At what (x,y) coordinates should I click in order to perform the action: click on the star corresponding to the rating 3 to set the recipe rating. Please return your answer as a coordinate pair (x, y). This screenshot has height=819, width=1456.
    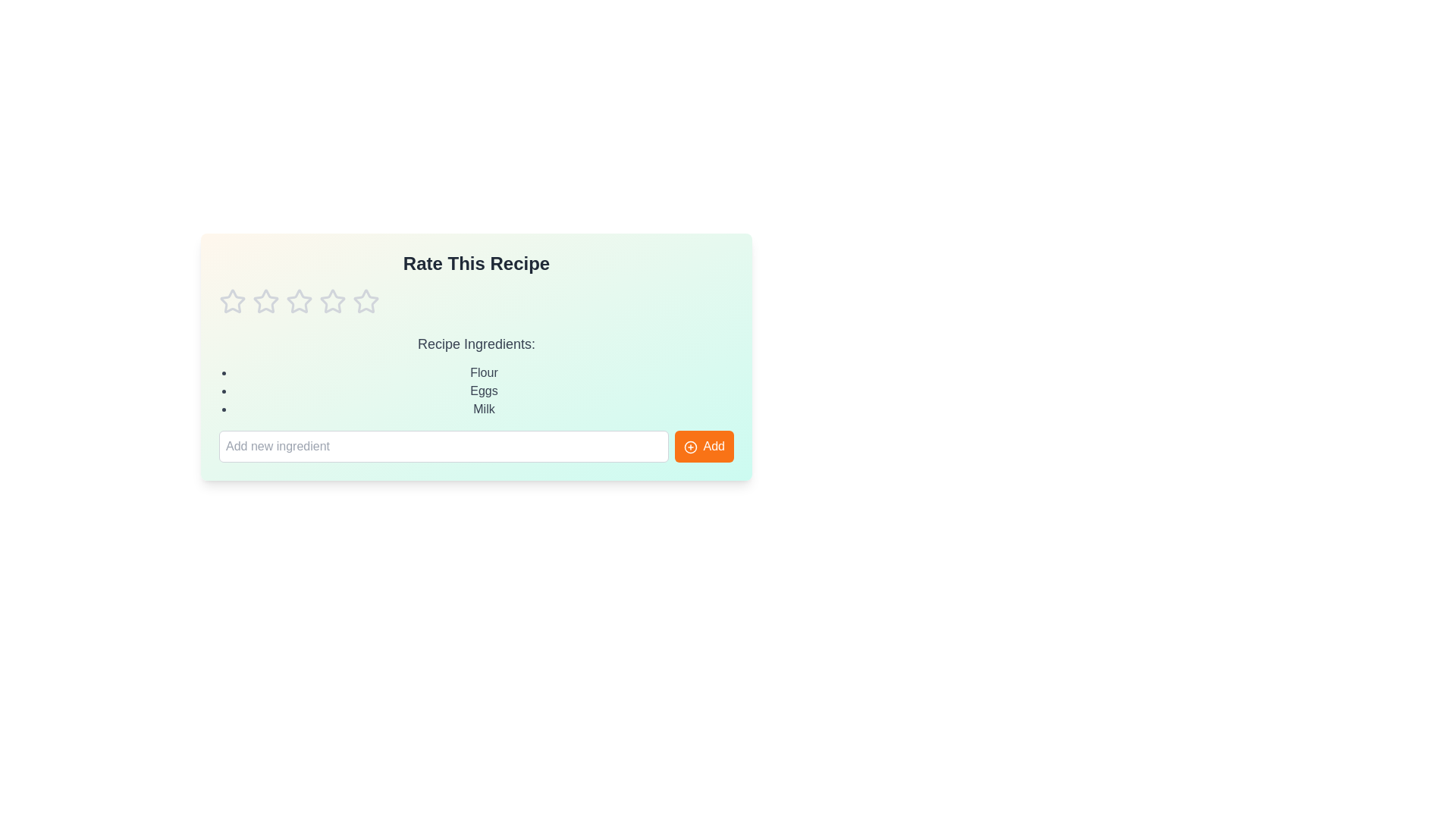
    Looking at the image, I should click on (299, 301).